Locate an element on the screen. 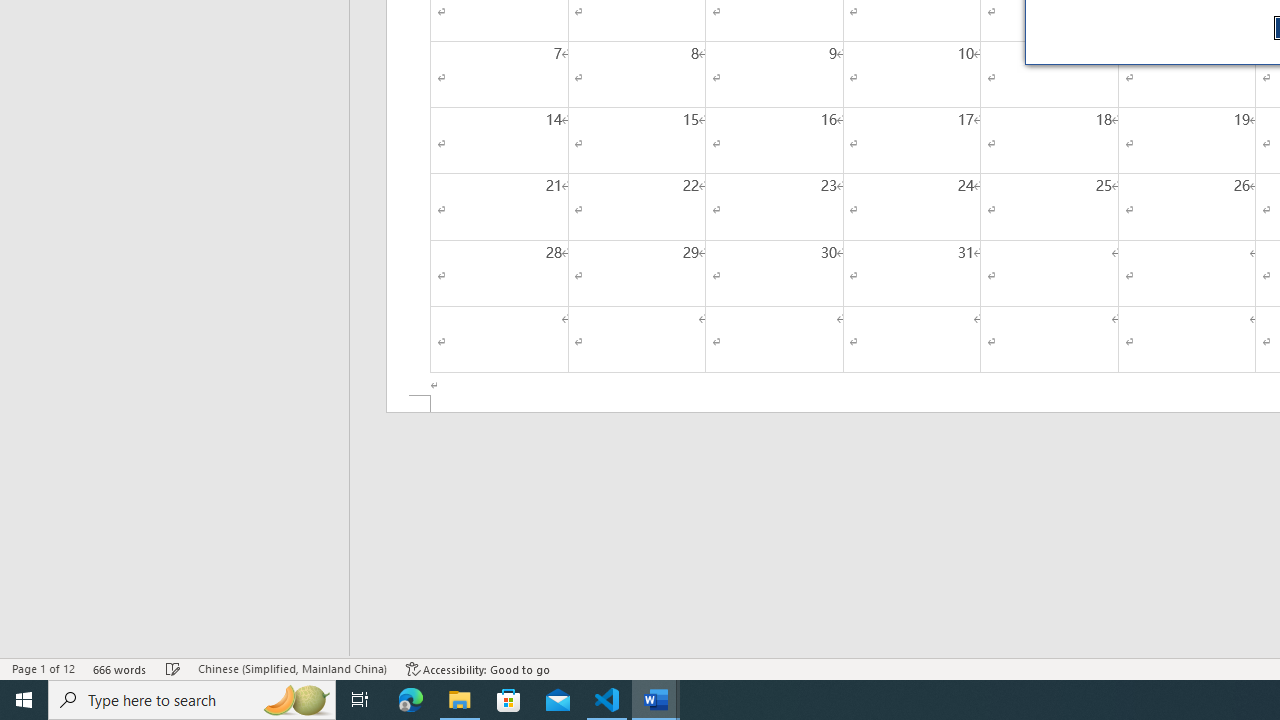  'Visual Studio Code - 1 running window' is located at coordinates (606, 698).